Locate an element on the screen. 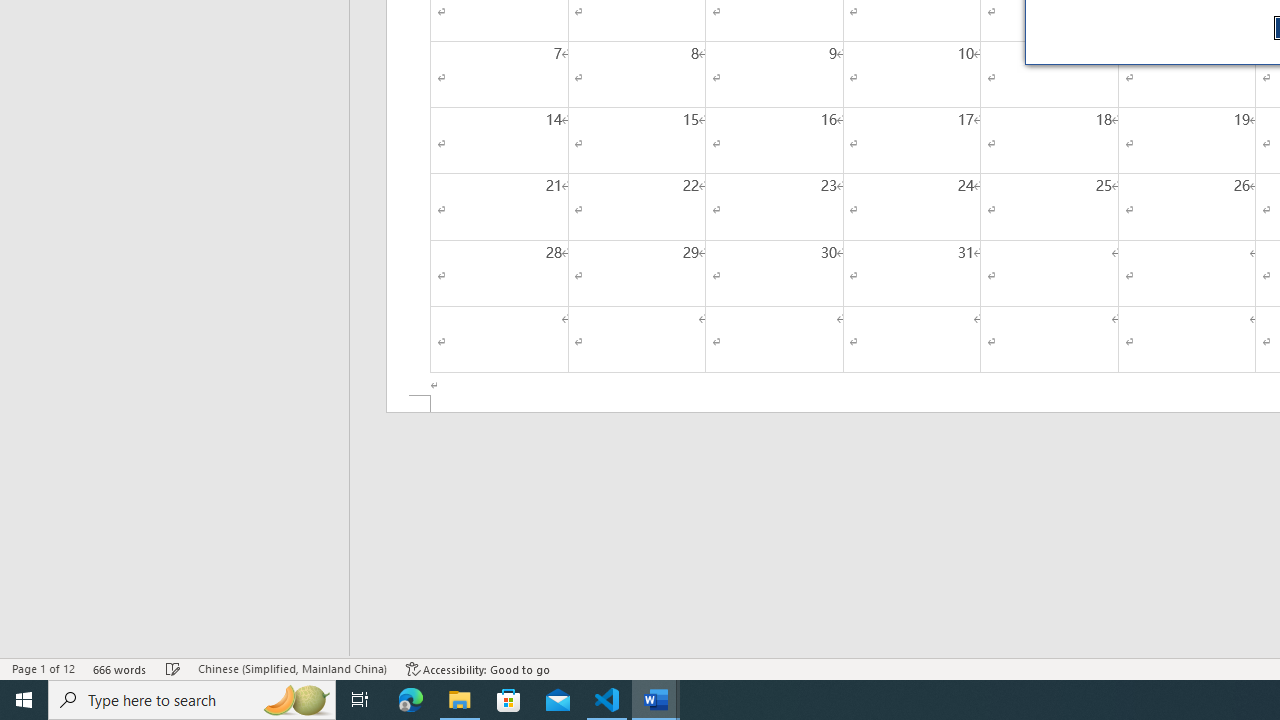  'Visual Studio Code - 1 running window' is located at coordinates (606, 698).